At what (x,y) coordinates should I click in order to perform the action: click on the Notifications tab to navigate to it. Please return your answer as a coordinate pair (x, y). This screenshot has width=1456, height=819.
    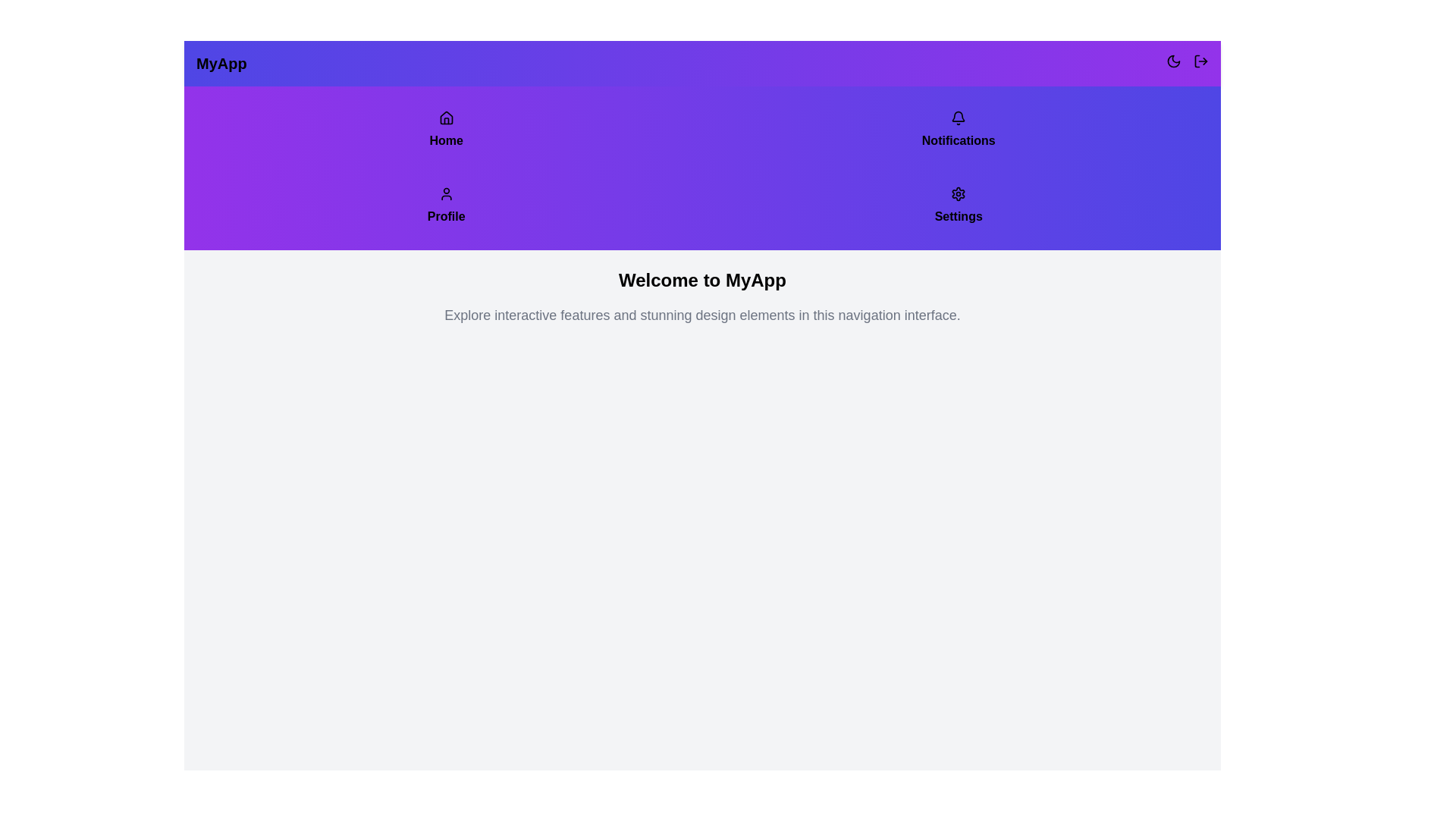
    Looking at the image, I should click on (957, 130).